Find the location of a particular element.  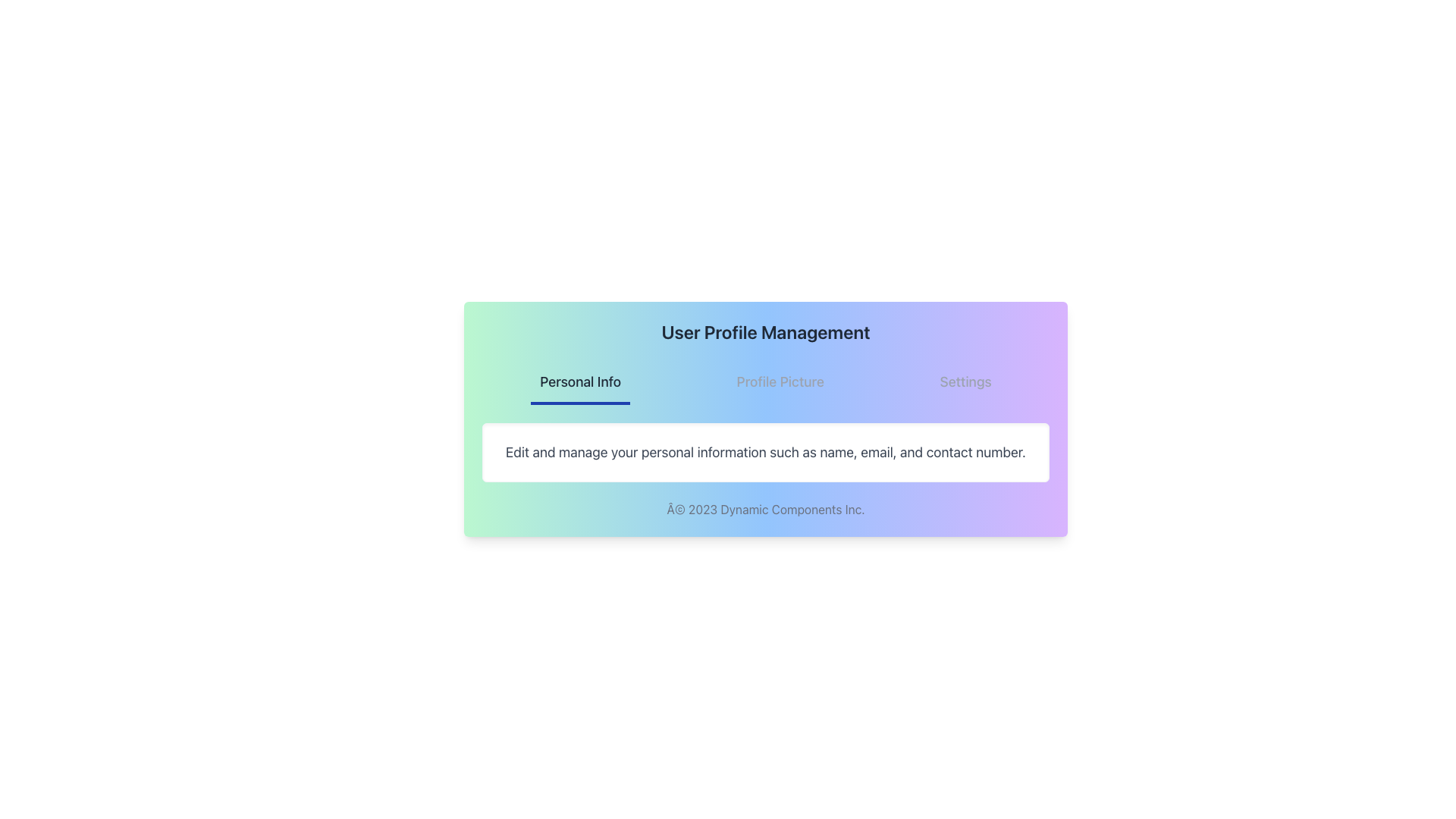

the 'Settings' tab is located at coordinates (965, 382).